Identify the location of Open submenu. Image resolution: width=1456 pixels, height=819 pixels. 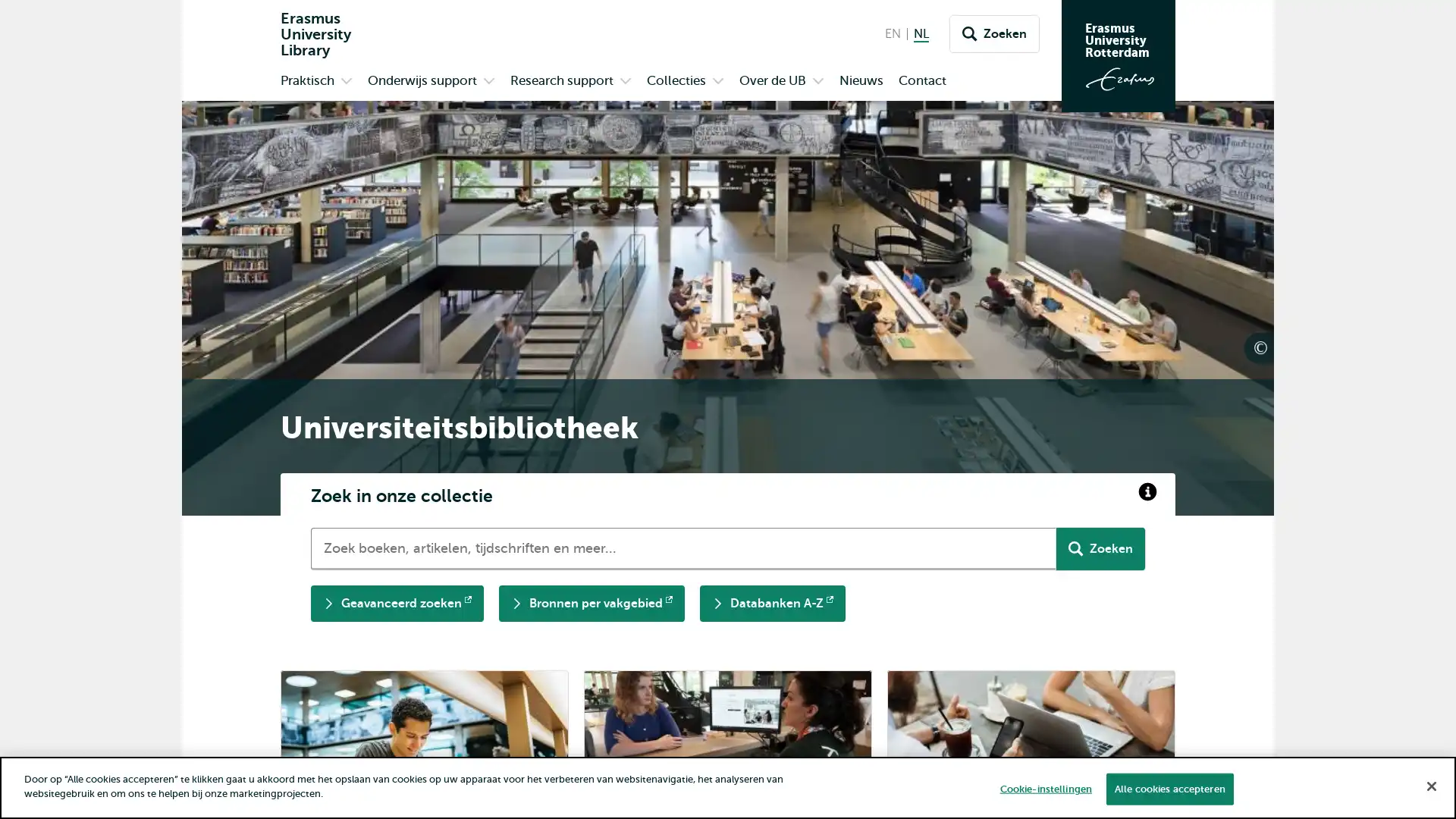
(817, 82).